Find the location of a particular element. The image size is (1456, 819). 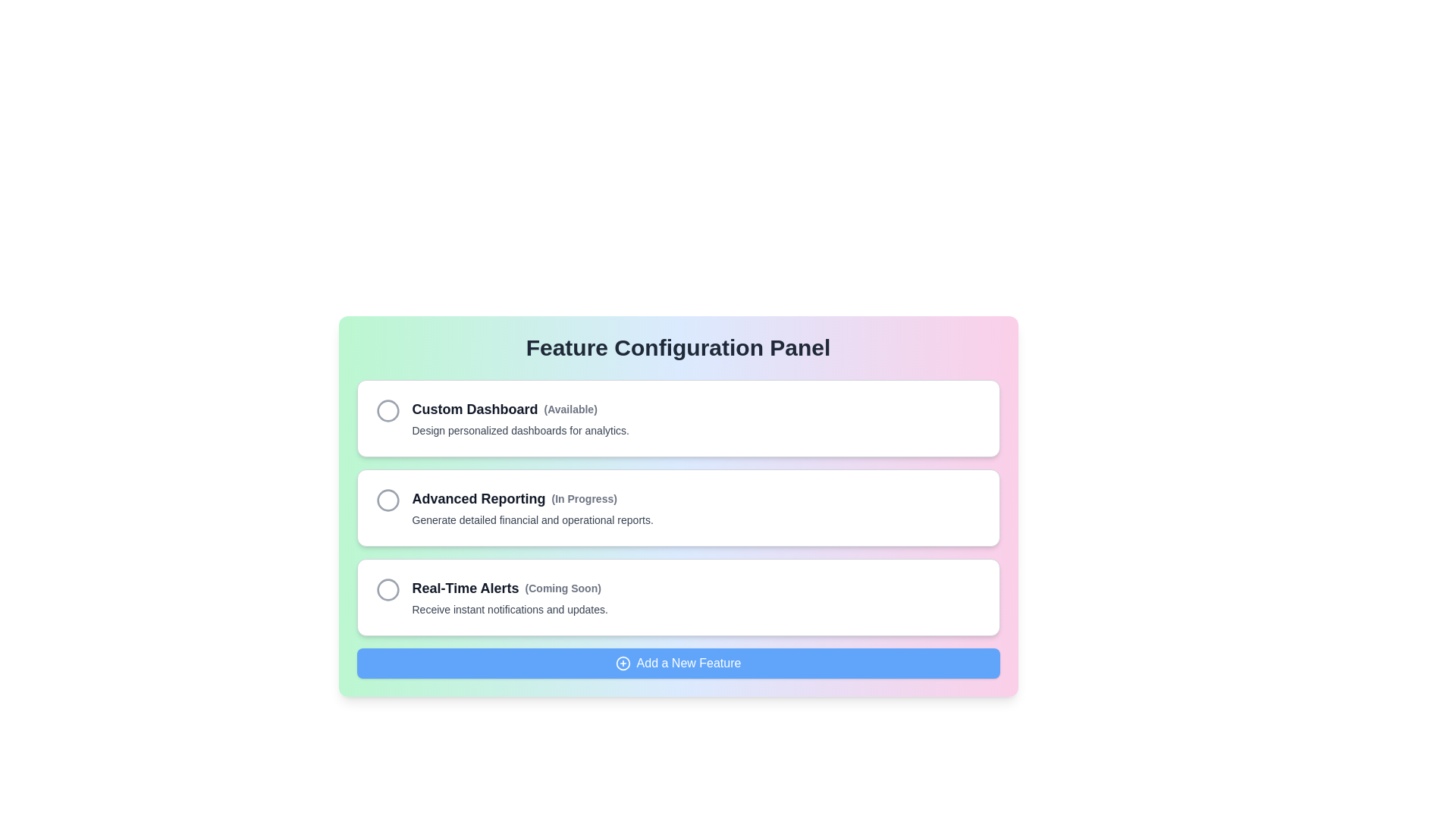

the SVG circle graphic that serves as a selection or status indicator, located to the left of the 'Custom Dashboard' entry in the vertical list of features is located at coordinates (388, 411).